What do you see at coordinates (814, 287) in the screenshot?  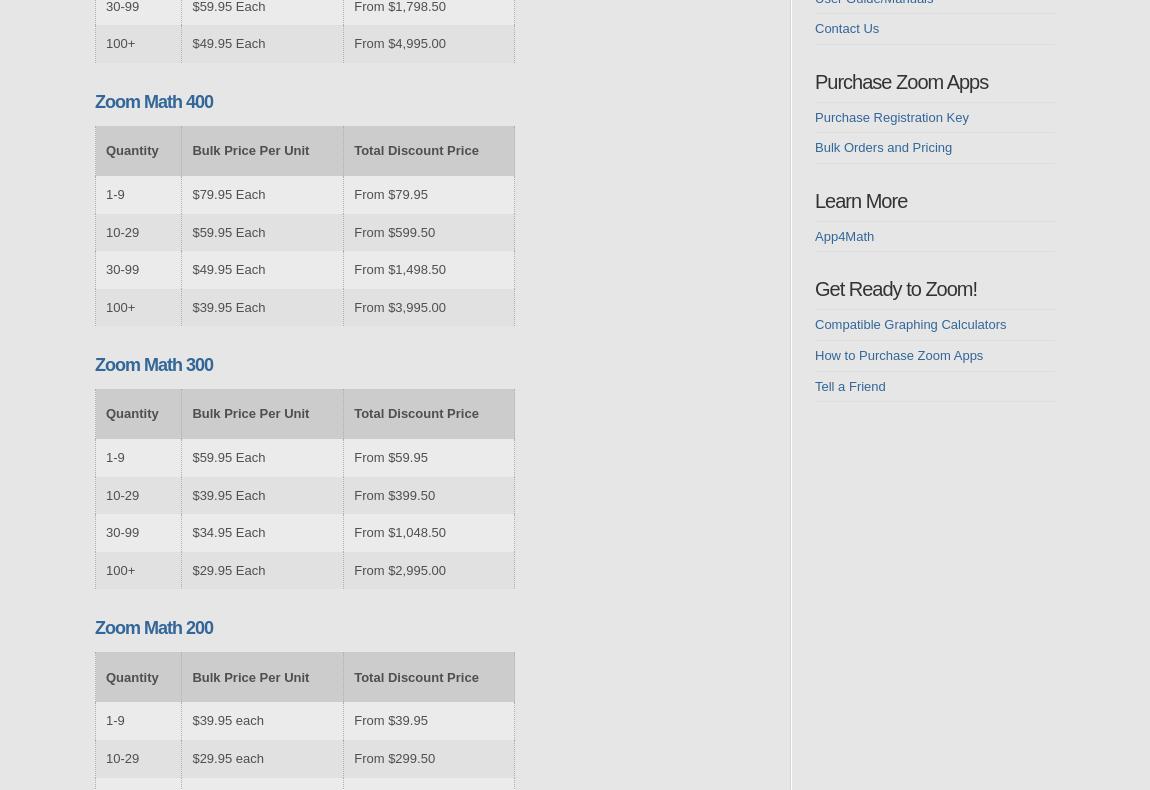 I see `'Get Ready to Zoom!'` at bounding box center [814, 287].